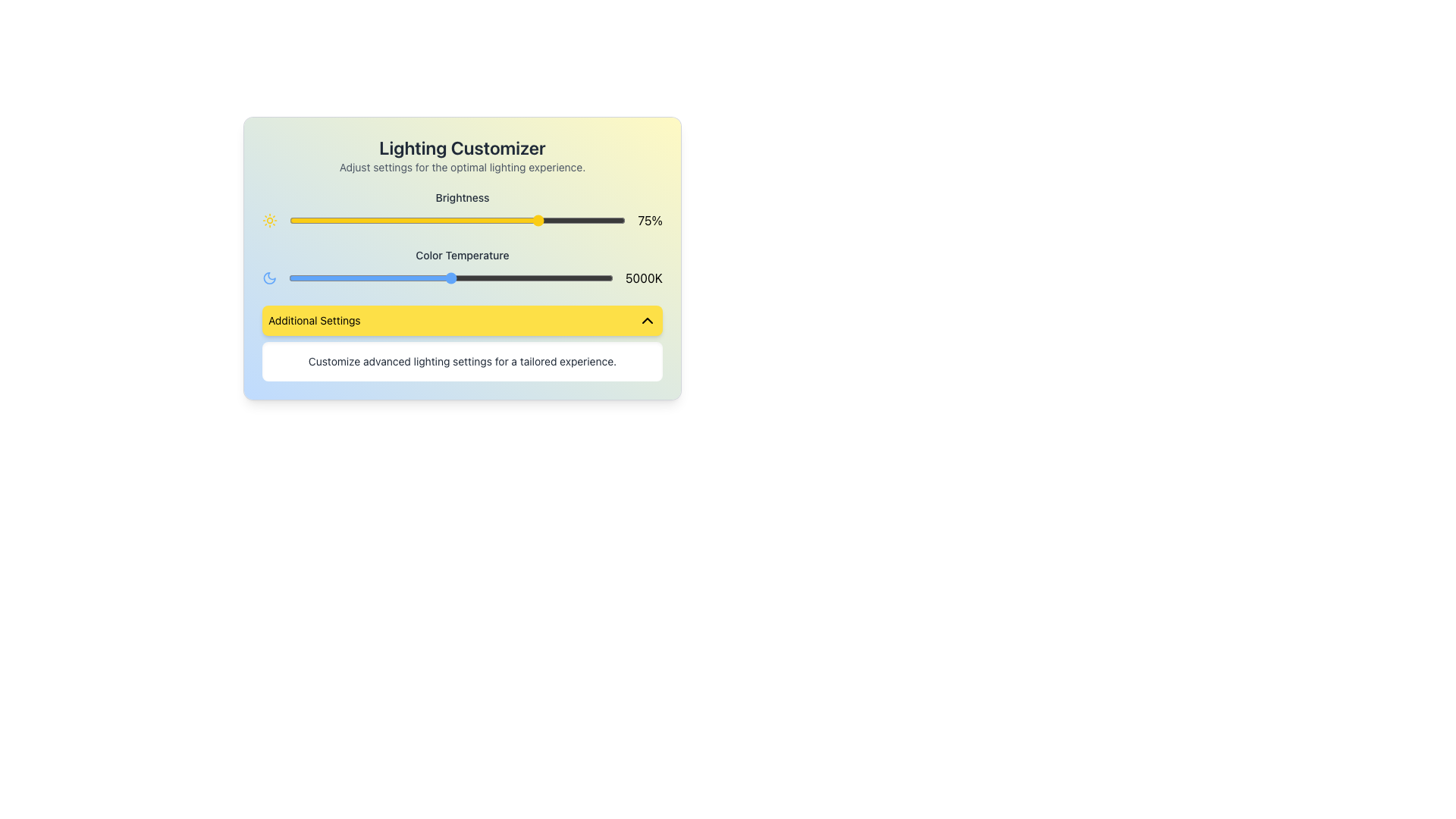  What do you see at coordinates (269, 278) in the screenshot?
I see `the nighttime theme icon located in the 'Color Temperature' section, to the left of the slider and the '5000K' label` at bounding box center [269, 278].